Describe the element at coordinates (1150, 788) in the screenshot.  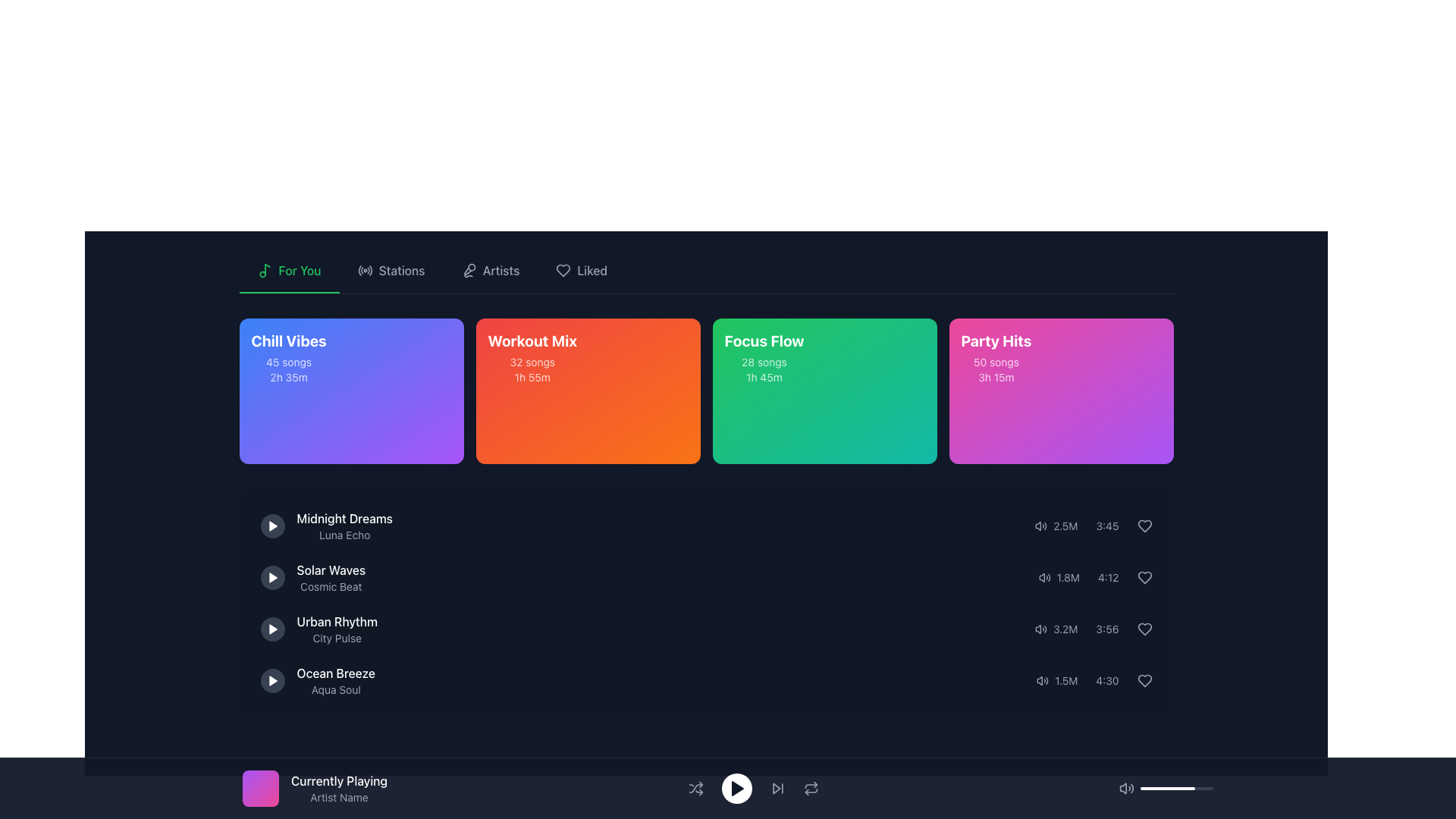
I see `the volume` at that location.